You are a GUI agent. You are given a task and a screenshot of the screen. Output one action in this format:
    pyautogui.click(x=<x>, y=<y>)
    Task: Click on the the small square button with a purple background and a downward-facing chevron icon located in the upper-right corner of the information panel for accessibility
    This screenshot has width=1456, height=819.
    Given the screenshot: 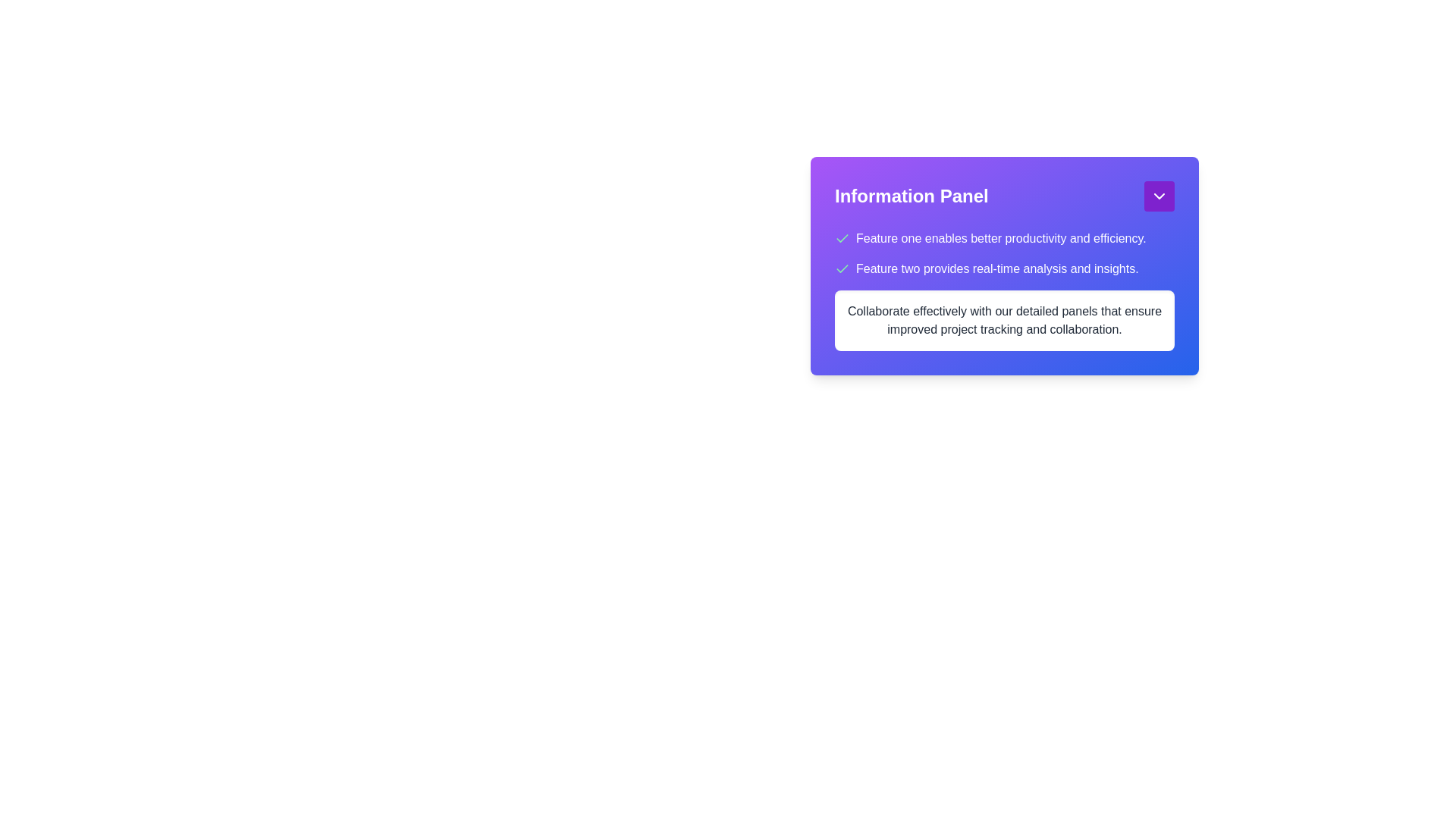 What is the action you would take?
    pyautogui.click(x=1159, y=195)
    